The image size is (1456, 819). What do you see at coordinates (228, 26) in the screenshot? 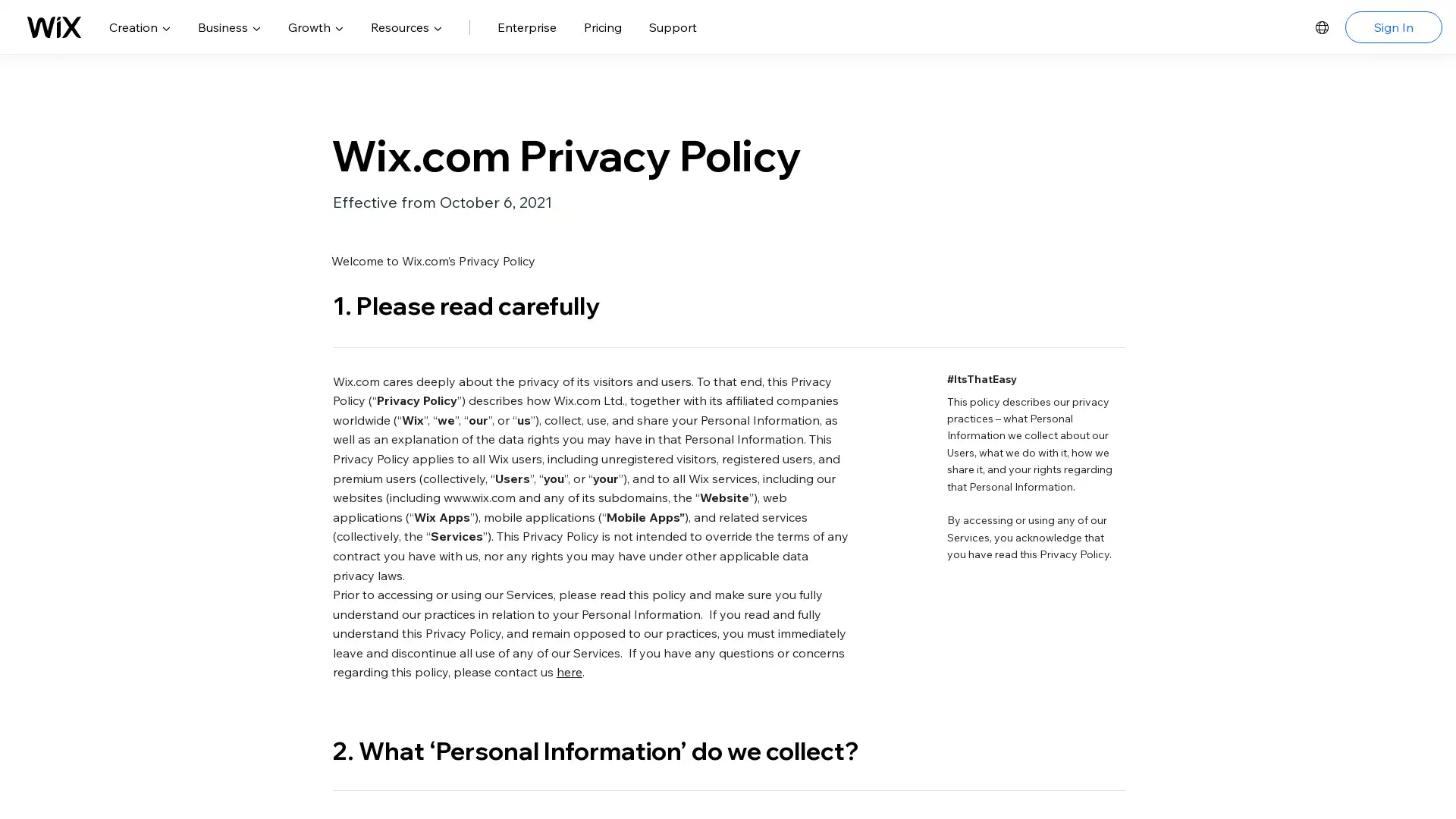
I see `Business` at bounding box center [228, 26].